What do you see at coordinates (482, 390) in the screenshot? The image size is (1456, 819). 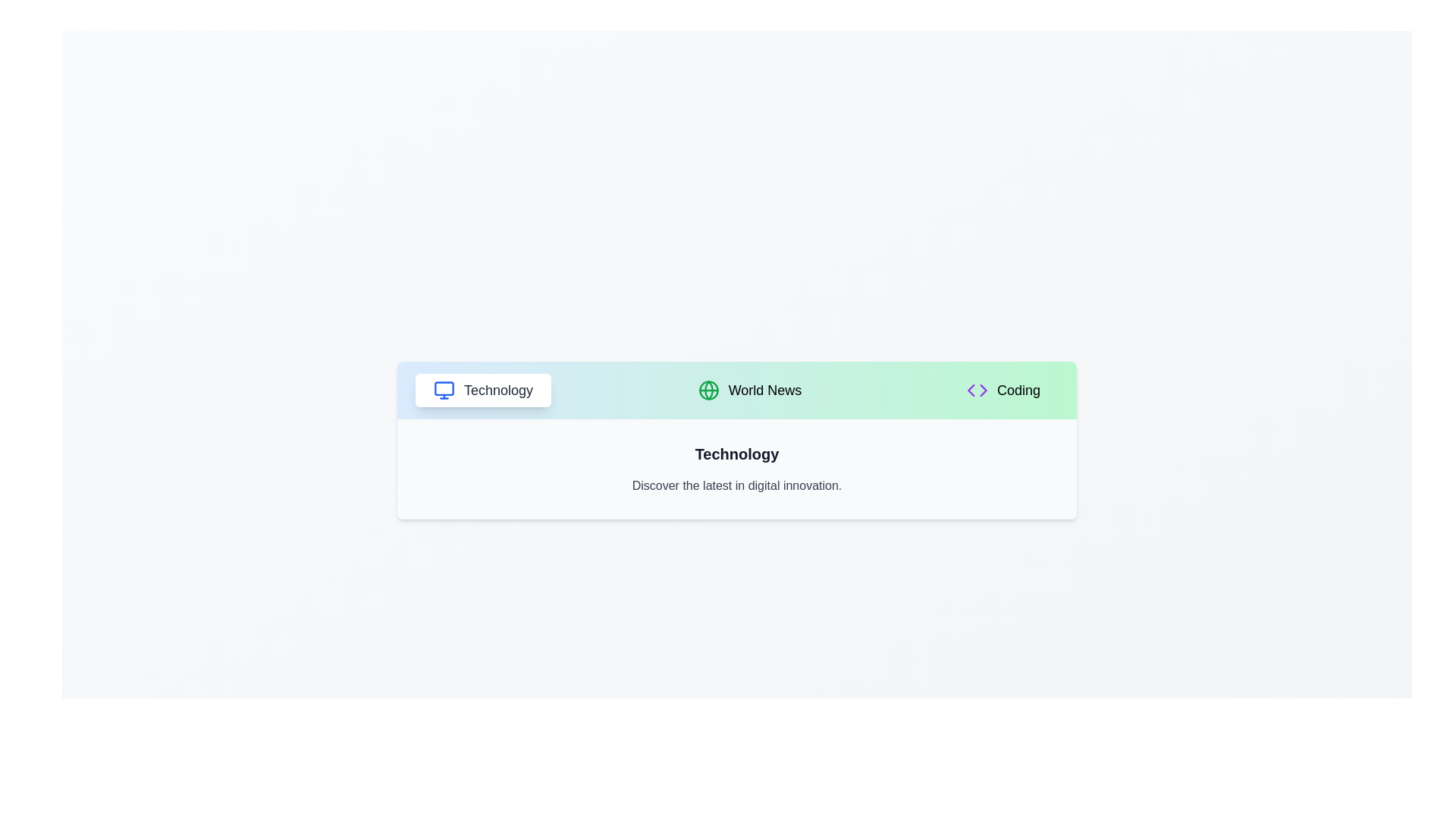 I see `the tab labeled Technology to inspect its icon and label` at bounding box center [482, 390].